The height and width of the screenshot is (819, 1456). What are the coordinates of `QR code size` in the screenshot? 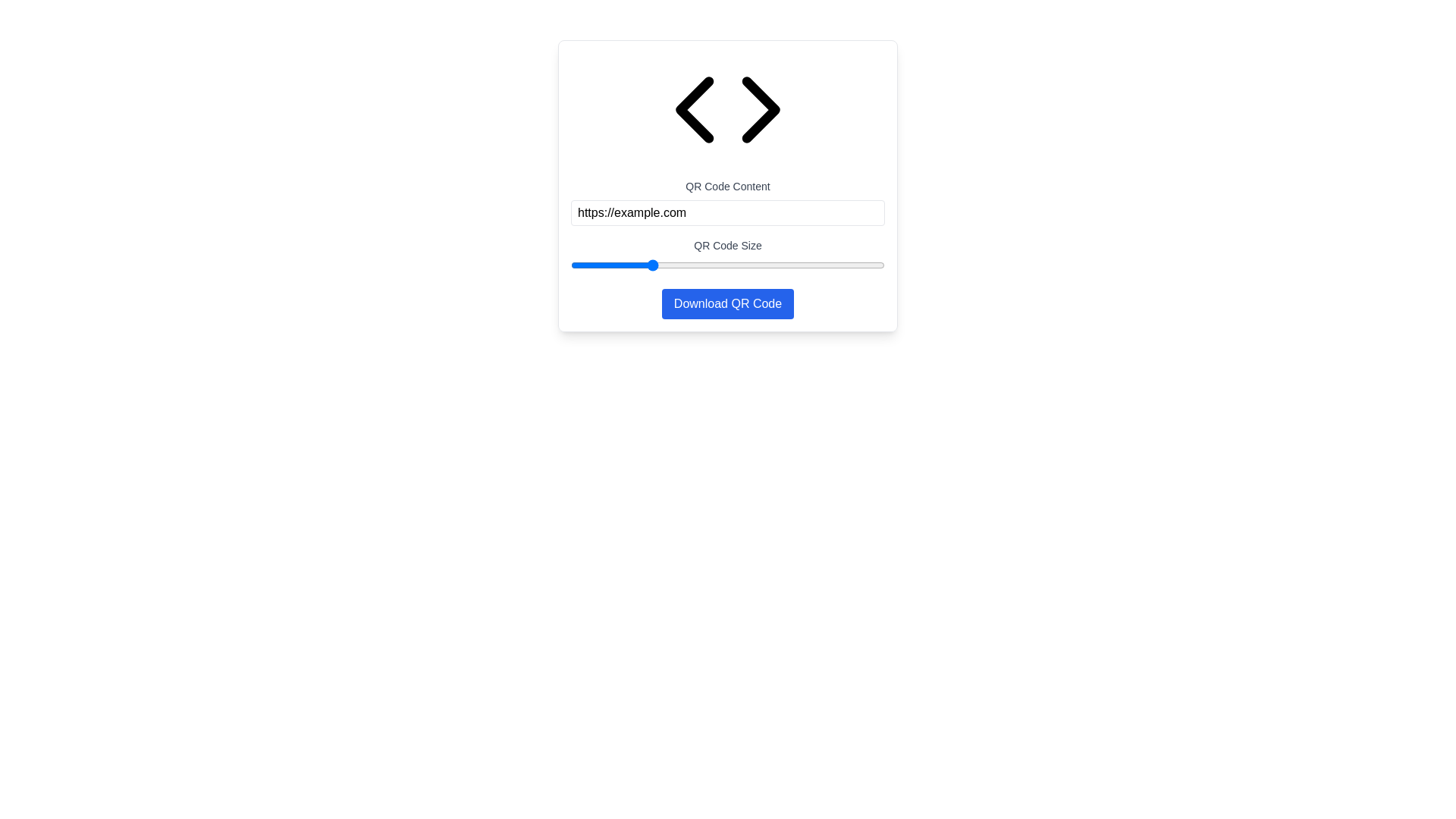 It's located at (765, 265).